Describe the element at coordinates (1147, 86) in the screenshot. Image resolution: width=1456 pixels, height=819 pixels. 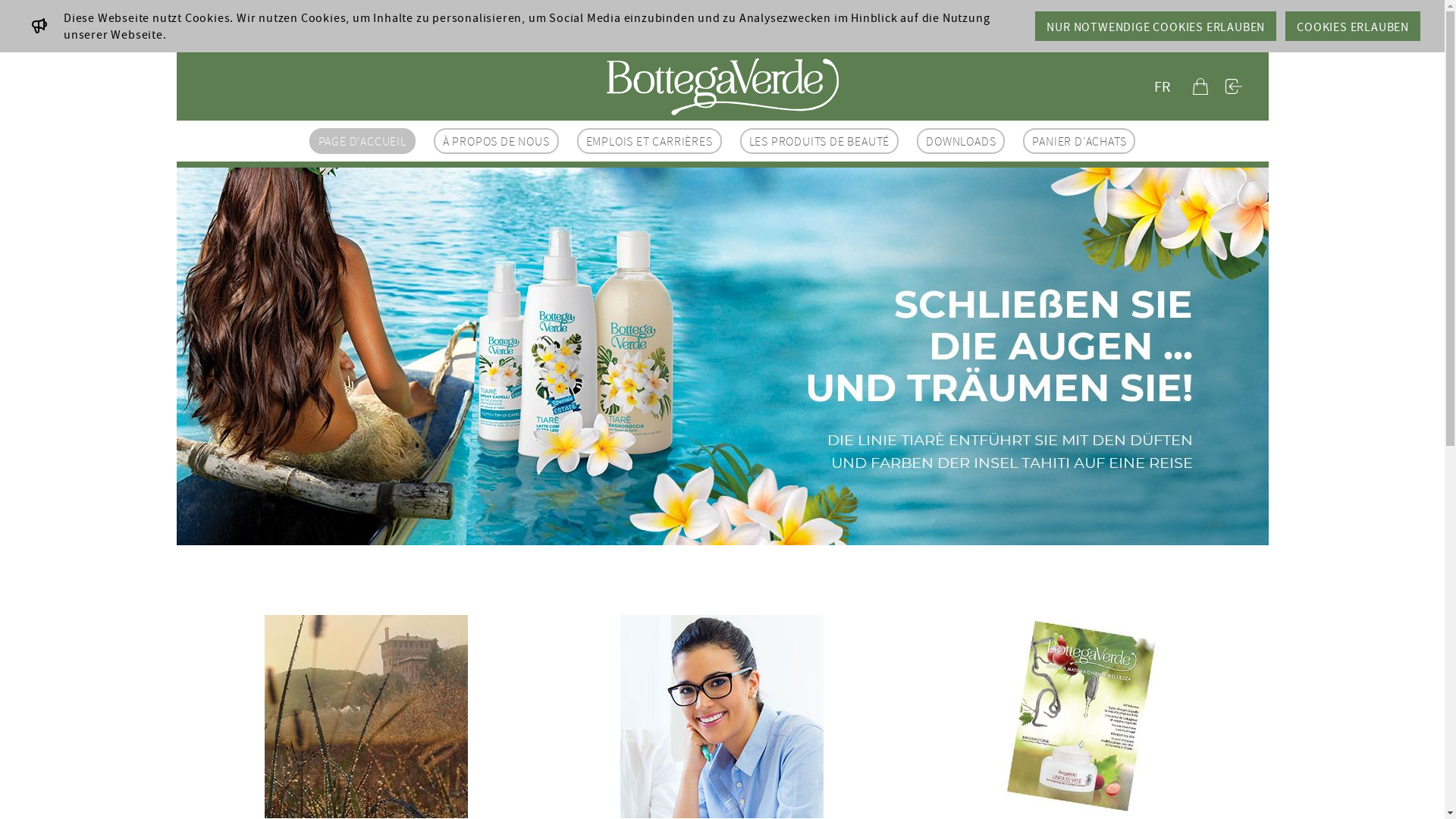
I see `'FR'` at that location.